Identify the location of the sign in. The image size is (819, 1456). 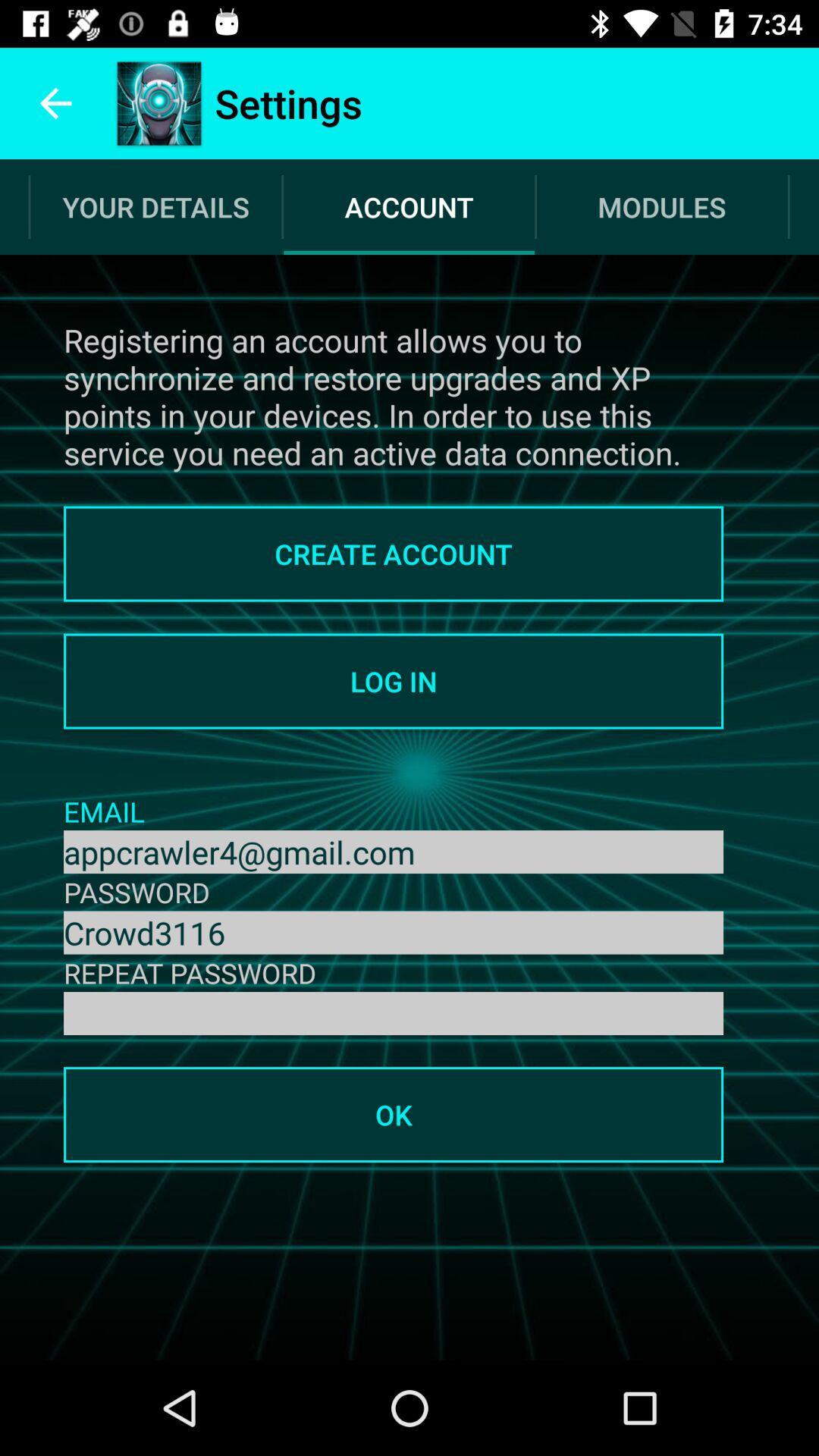
(393, 1013).